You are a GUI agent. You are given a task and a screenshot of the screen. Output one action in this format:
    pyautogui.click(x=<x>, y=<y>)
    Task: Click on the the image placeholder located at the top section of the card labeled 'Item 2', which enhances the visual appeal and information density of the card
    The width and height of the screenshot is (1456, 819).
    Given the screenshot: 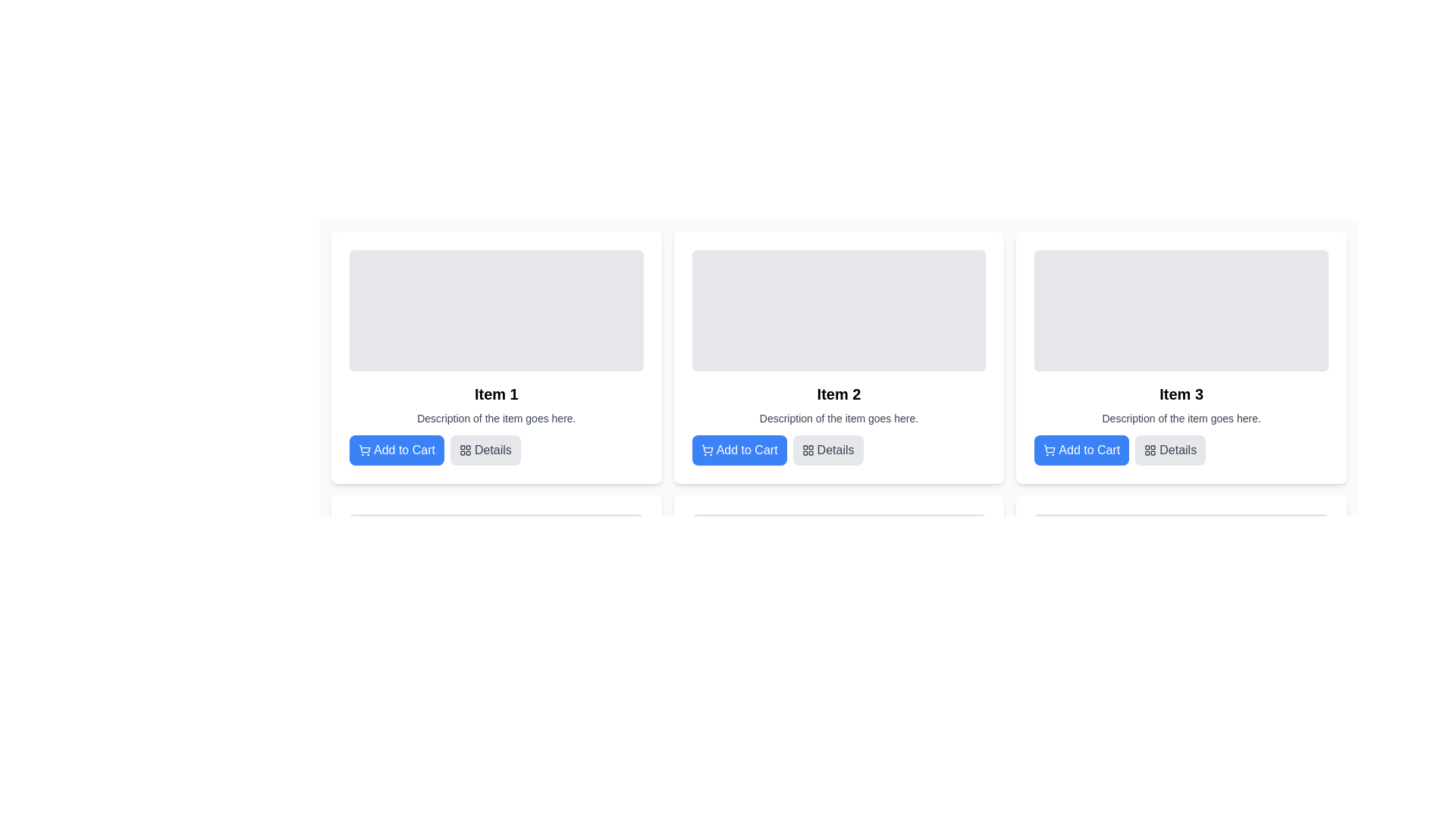 What is the action you would take?
    pyautogui.click(x=838, y=309)
    